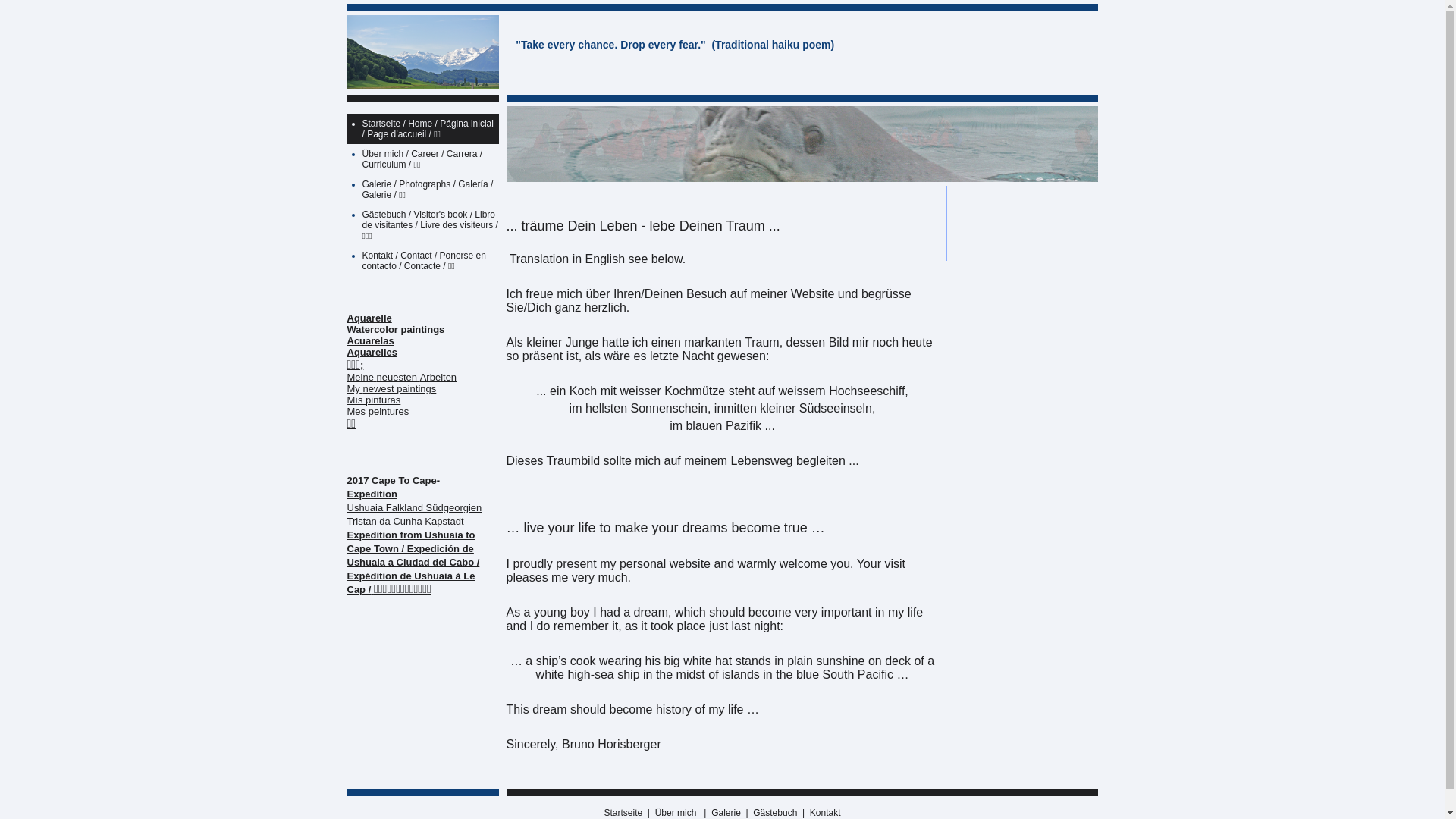 This screenshot has height=819, width=1456. What do you see at coordinates (346, 486) in the screenshot?
I see `'2017 Cape To Cape-Expedition'` at bounding box center [346, 486].